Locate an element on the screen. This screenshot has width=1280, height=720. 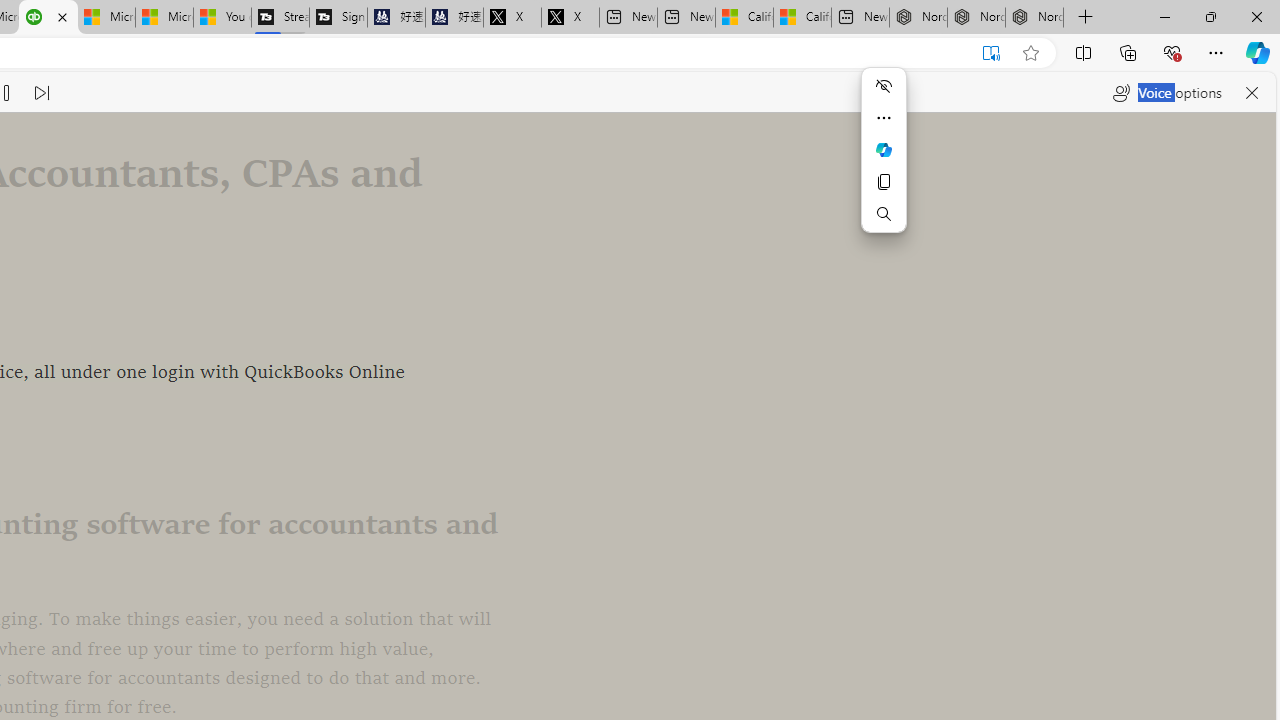
'Mini menu on text selection' is located at coordinates (882, 161).